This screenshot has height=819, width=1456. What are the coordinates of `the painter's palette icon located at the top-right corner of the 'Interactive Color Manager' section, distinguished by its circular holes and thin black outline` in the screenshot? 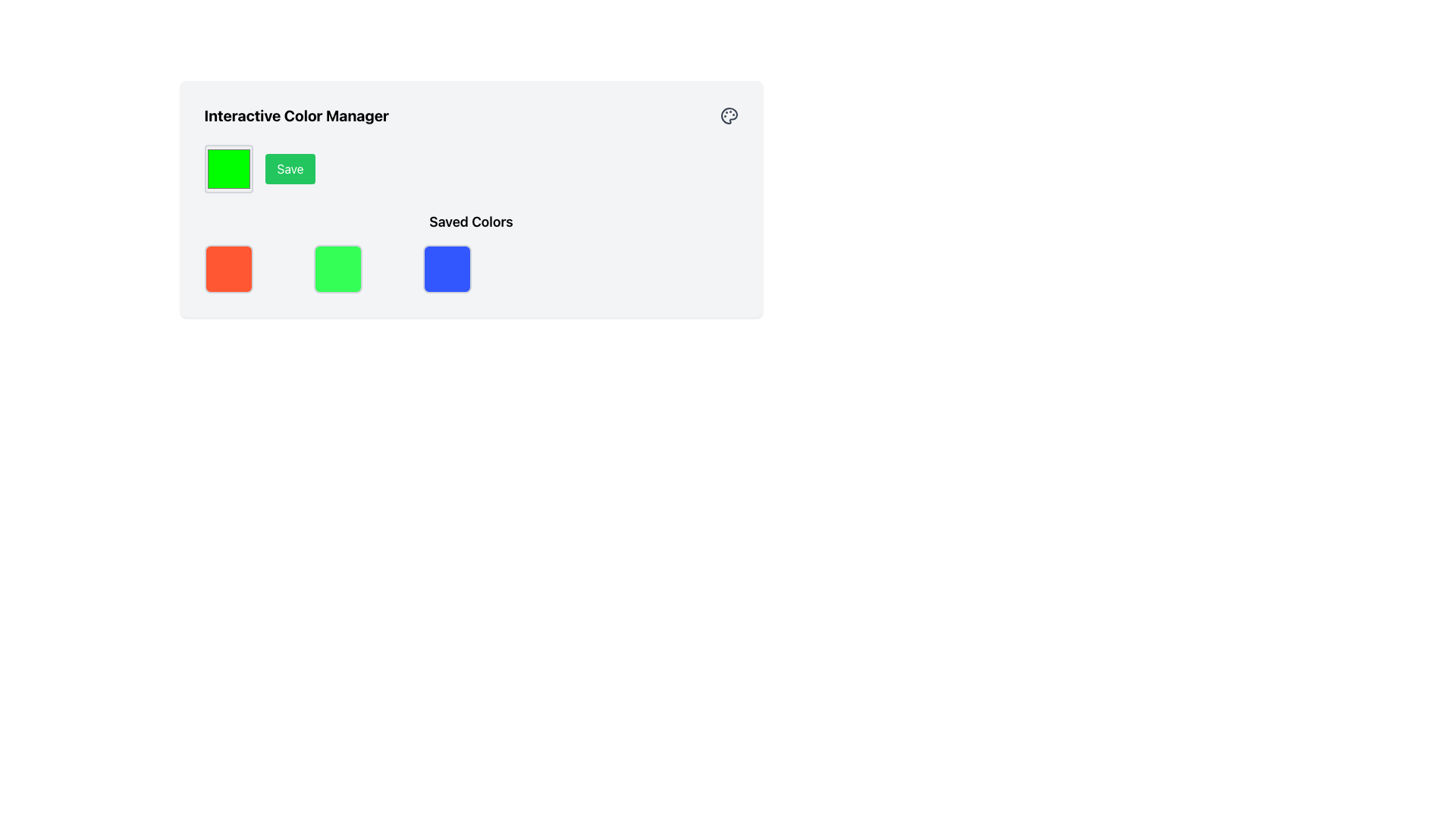 It's located at (729, 115).